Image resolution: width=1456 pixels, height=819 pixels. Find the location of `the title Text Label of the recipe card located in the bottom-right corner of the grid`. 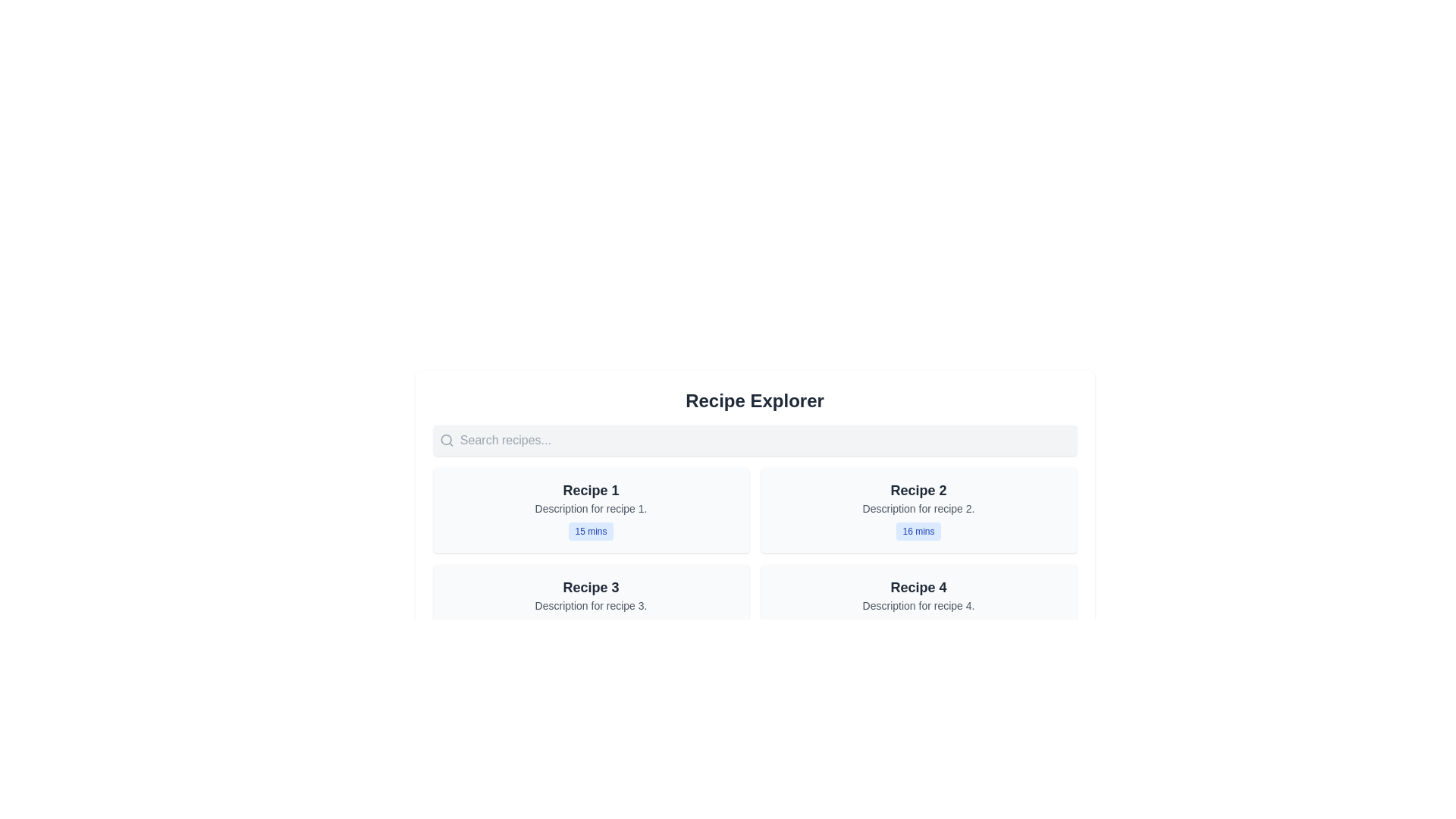

the title Text Label of the recipe card located in the bottom-right corner of the grid is located at coordinates (918, 587).